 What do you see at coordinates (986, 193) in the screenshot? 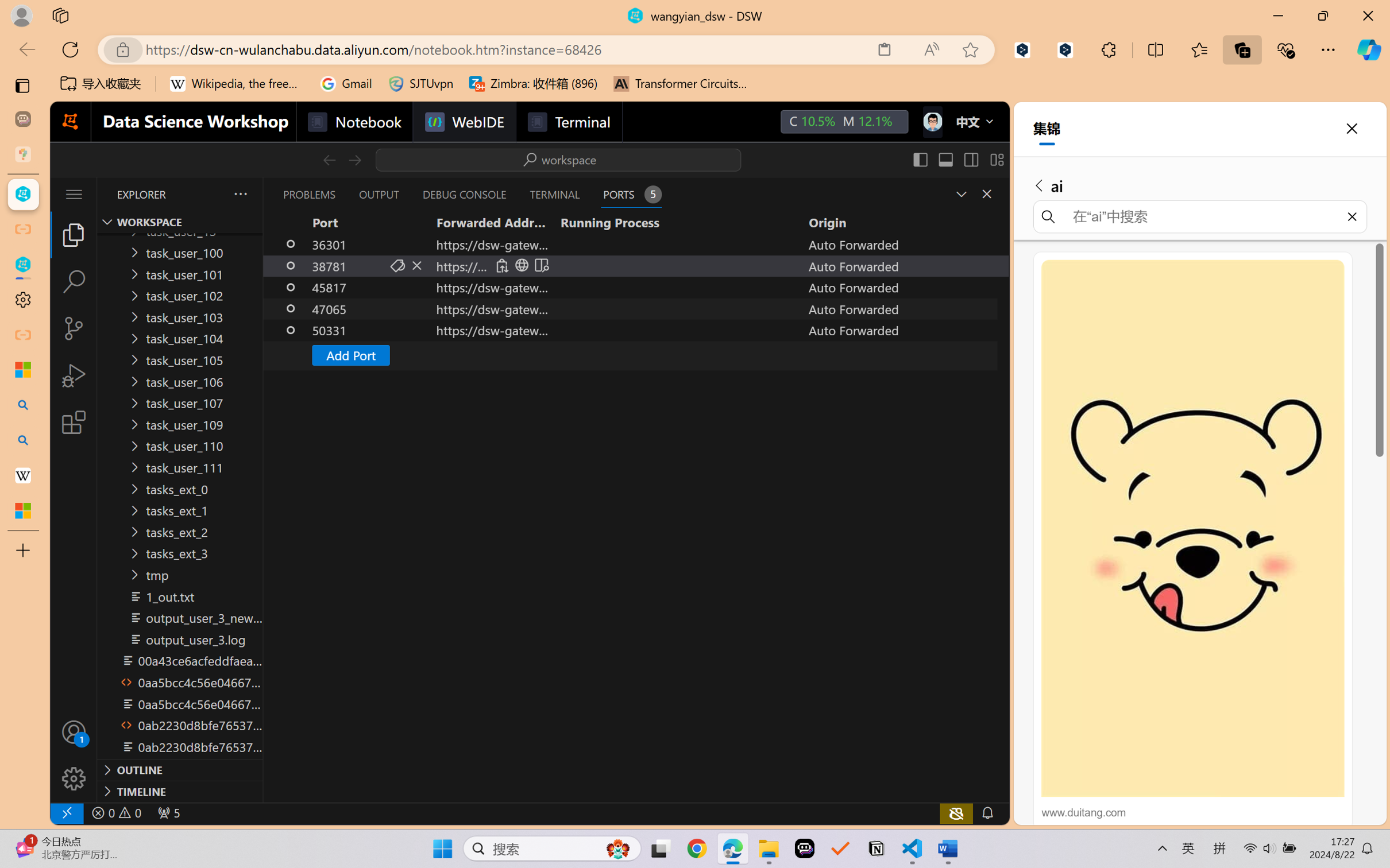
I see `'Close Panel'` at bounding box center [986, 193].